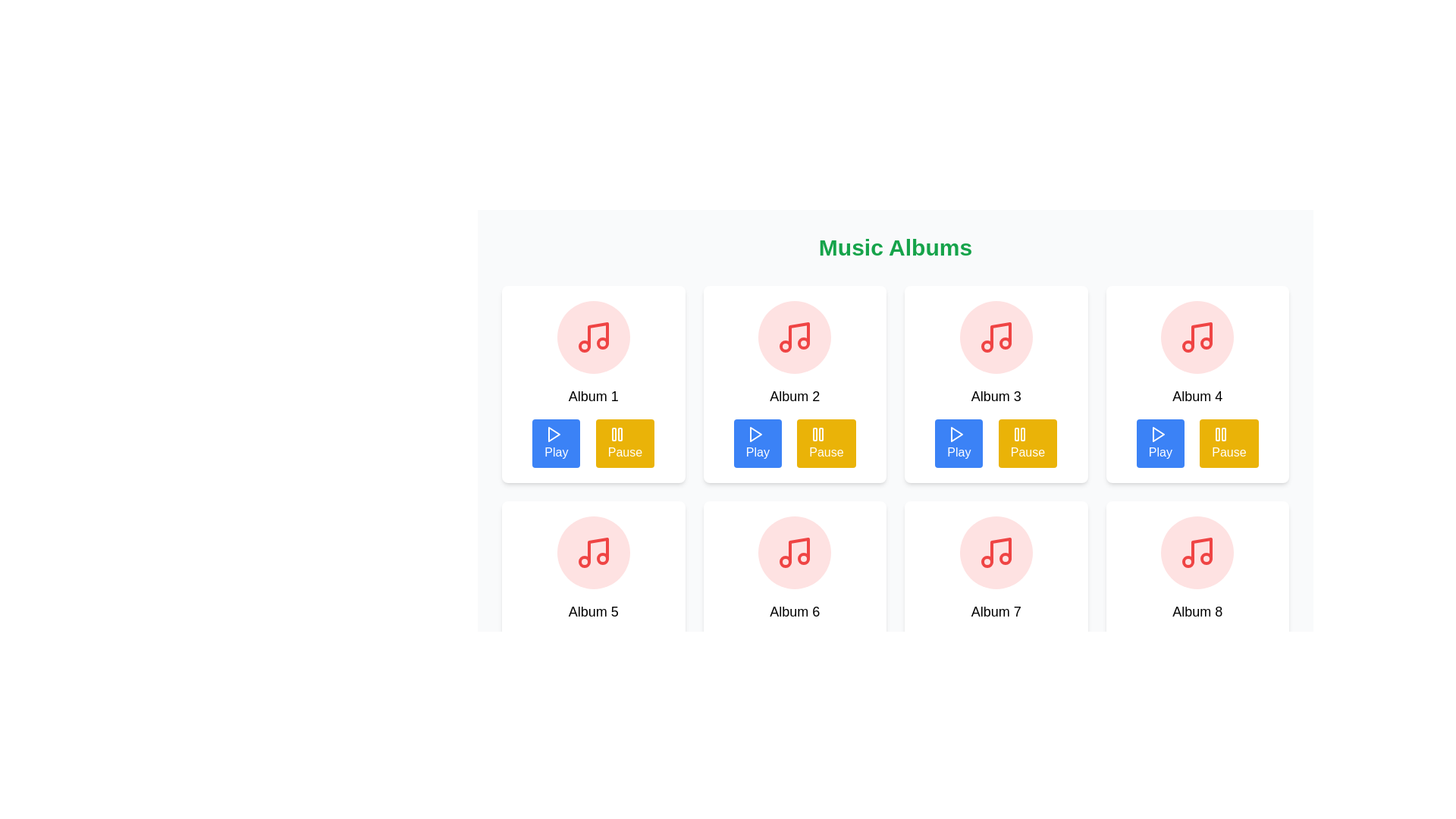  Describe the element at coordinates (617, 435) in the screenshot. I see `the appearance of the pause icon represented by two vertical bars, styled with a yellow background and white foreground, located within the 'Pause' button of the 'Album 2' card` at that location.